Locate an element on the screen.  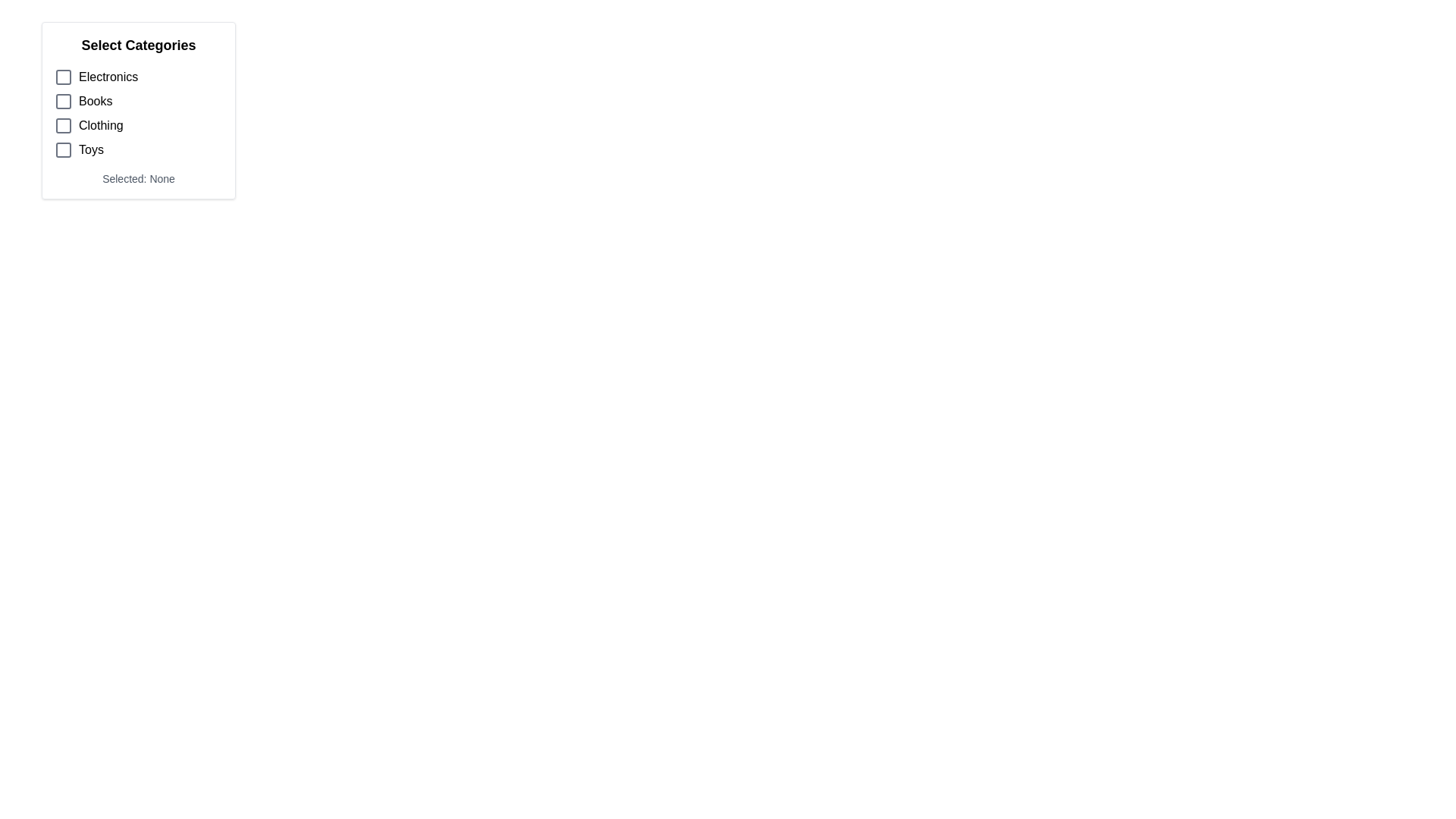
the checkbox for the 'Clothing' category, which is the third item in the selectable list located in the top-left part of the interface is located at coordinates (138, 124).